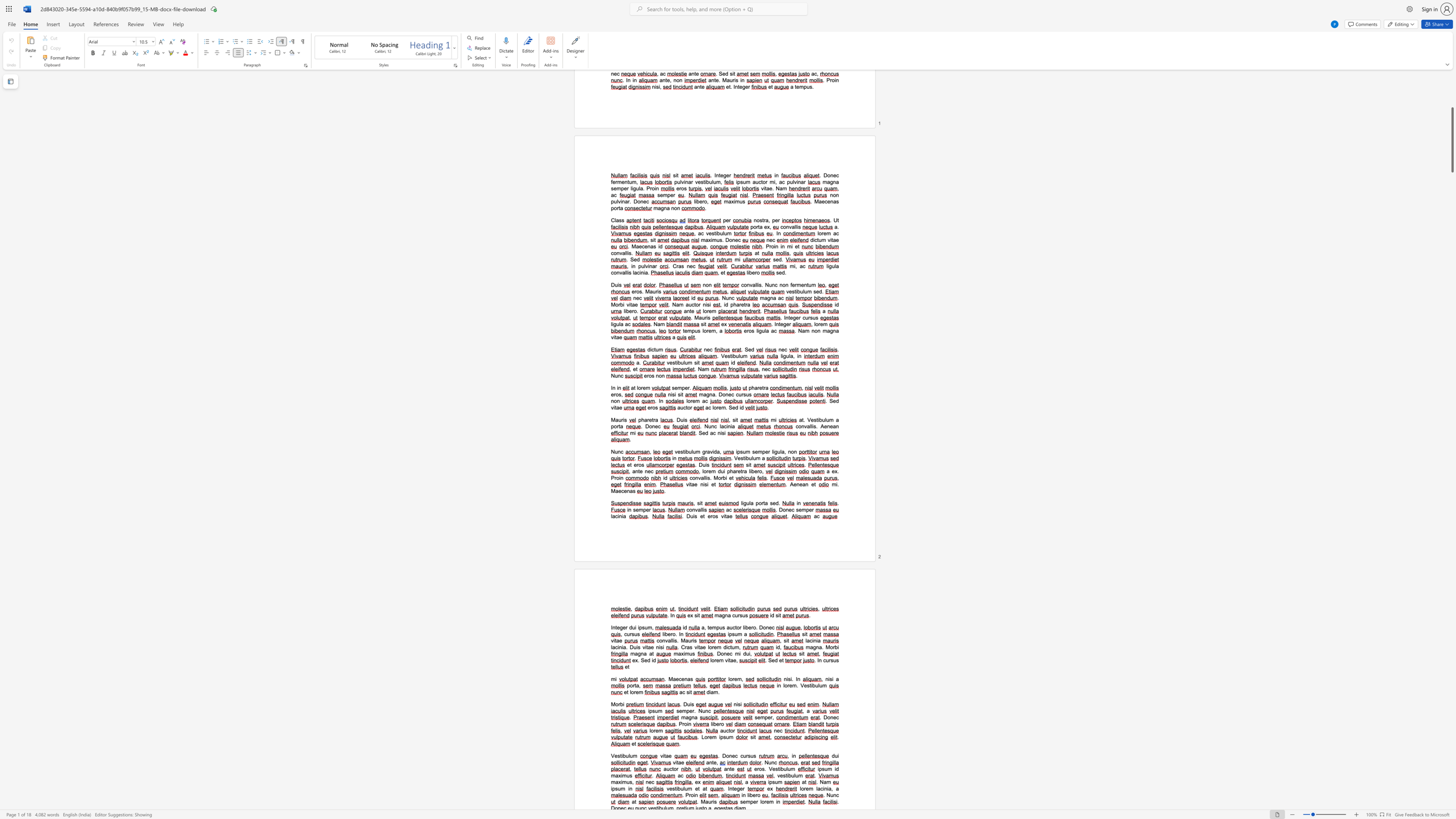 Image resolution: width=1456 pixels, height=819 pixels. Describe the element at coordinates (704, 451) in the screenshot. I see `the space between the continuous character "g" and "r" in the text` at that location.